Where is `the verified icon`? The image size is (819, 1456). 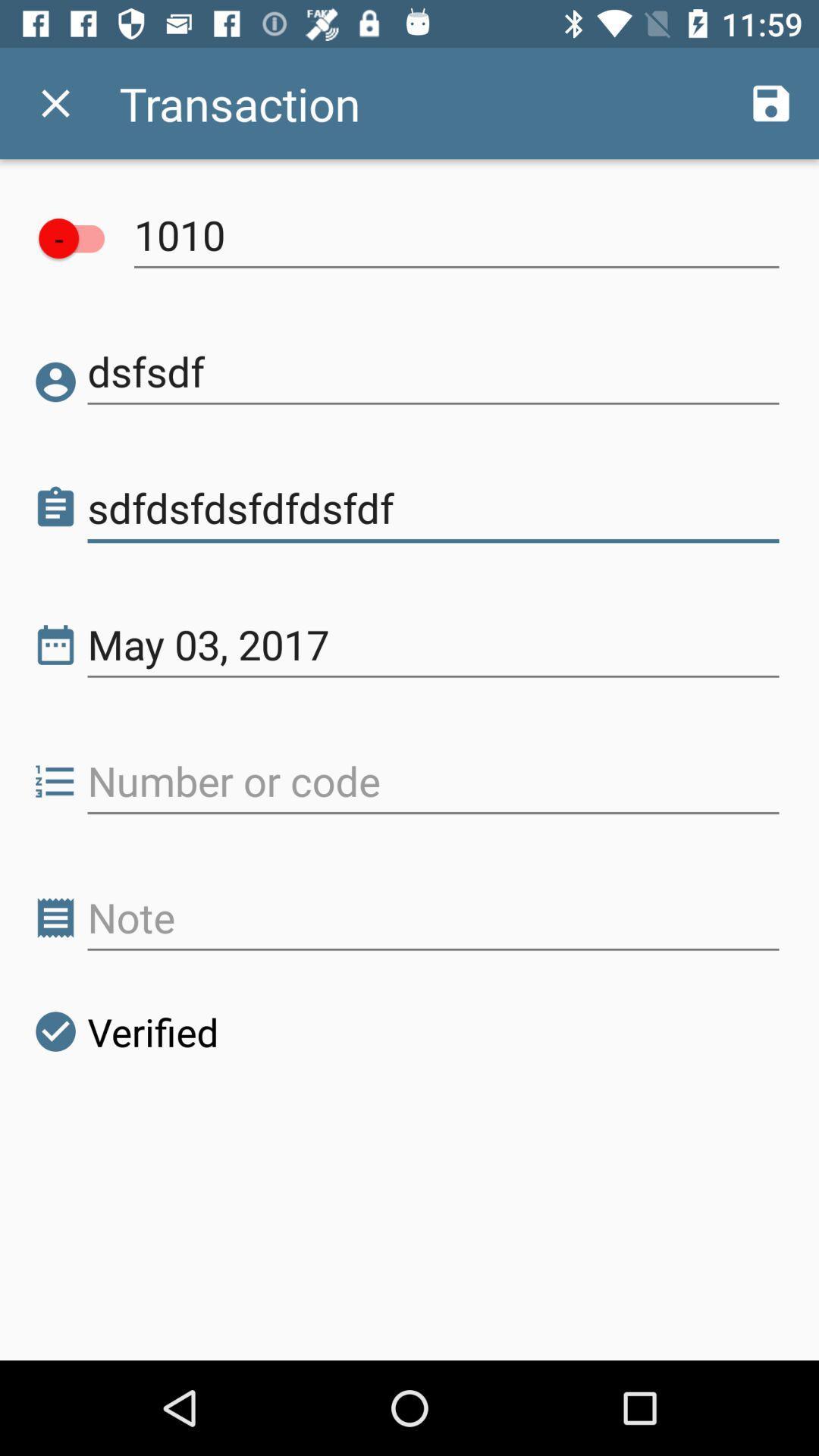 the verified icon is located at coordinates (124, 1031).